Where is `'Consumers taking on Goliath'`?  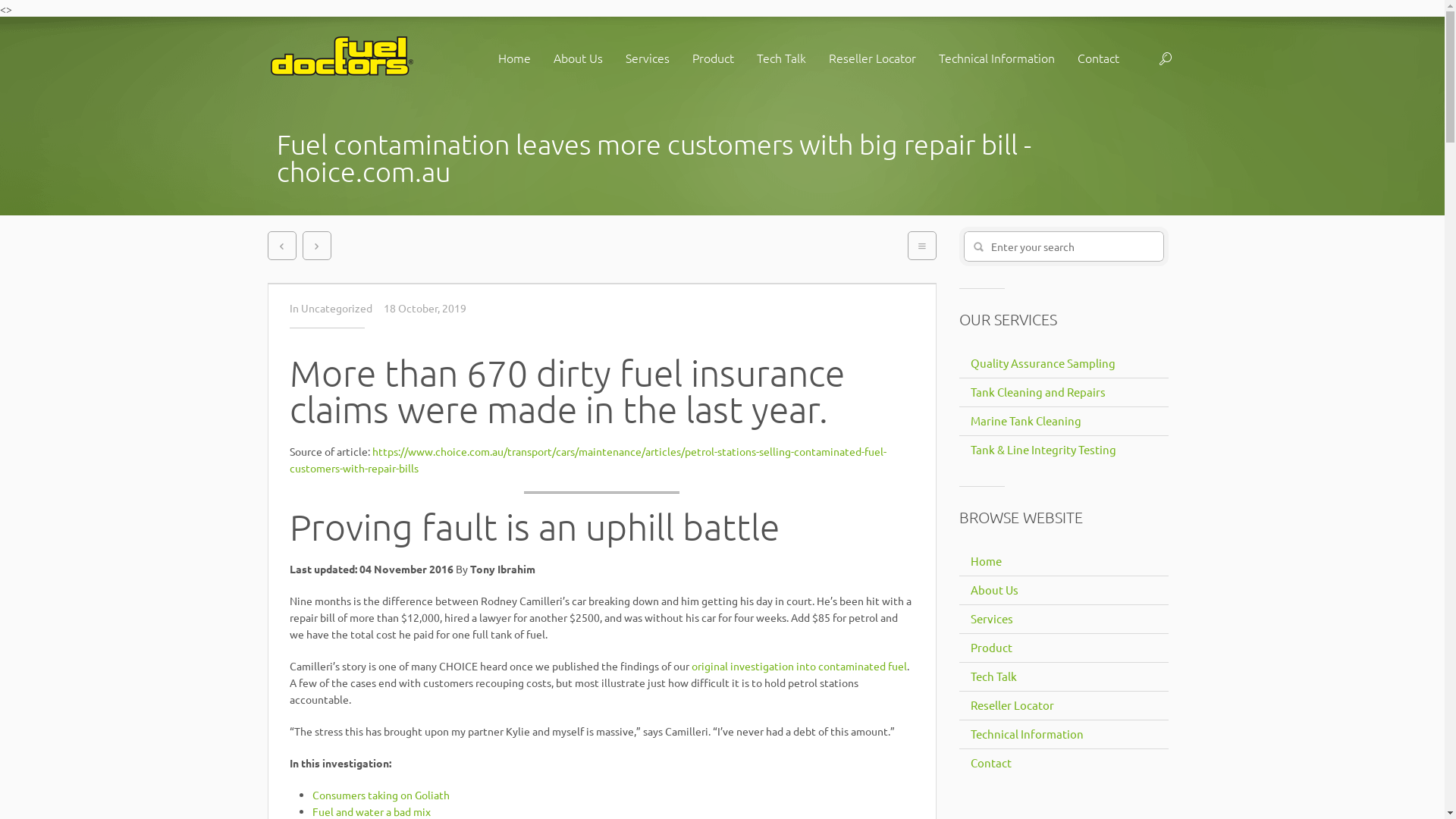
'Consumers taking on Goliath' is located at coordinates (381, 794).